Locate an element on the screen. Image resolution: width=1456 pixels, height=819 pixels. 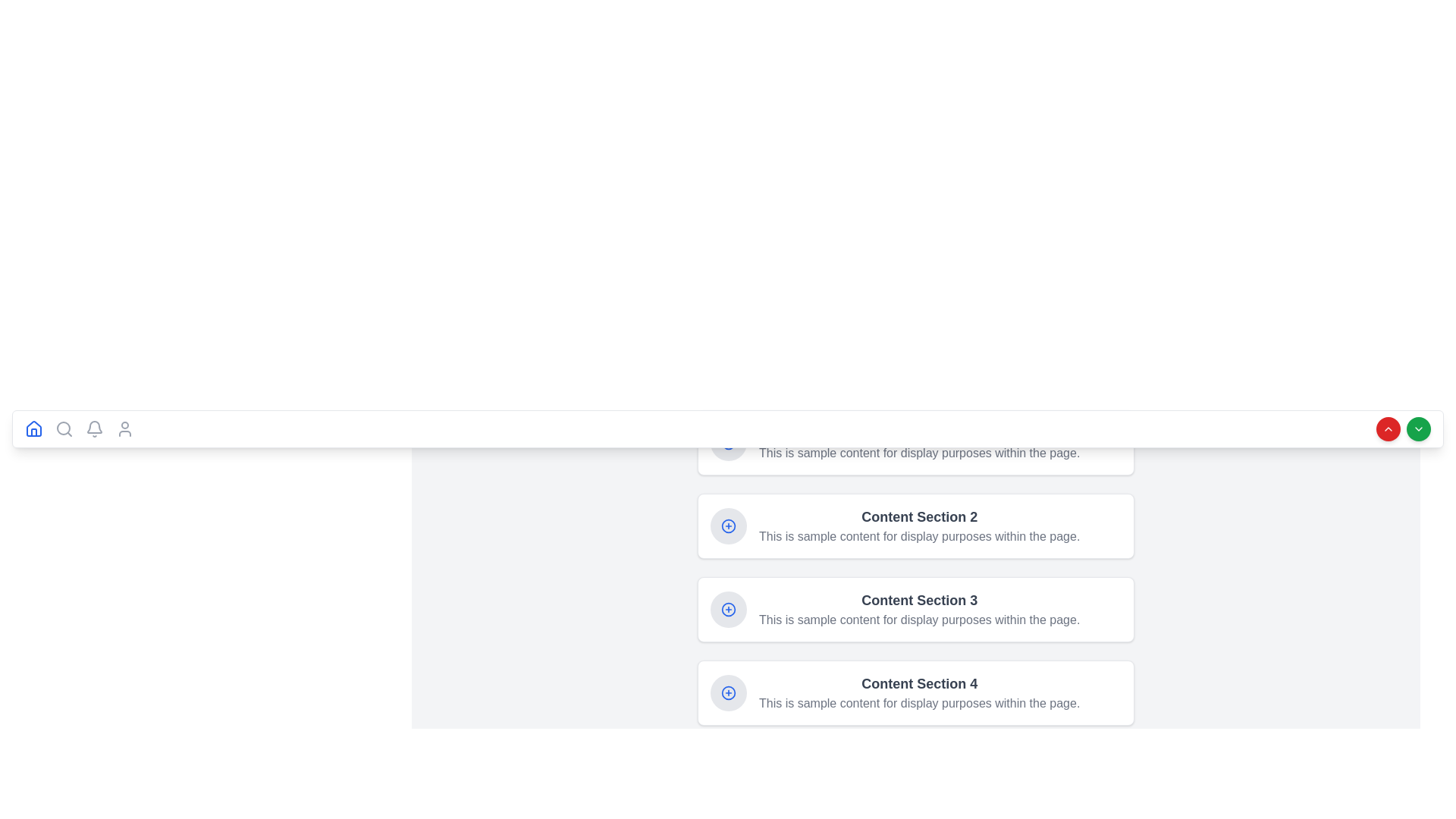
the user profile silhouette icon, which is the fifth button in the horizontal navigation bar is located at coordinates (124, 429).